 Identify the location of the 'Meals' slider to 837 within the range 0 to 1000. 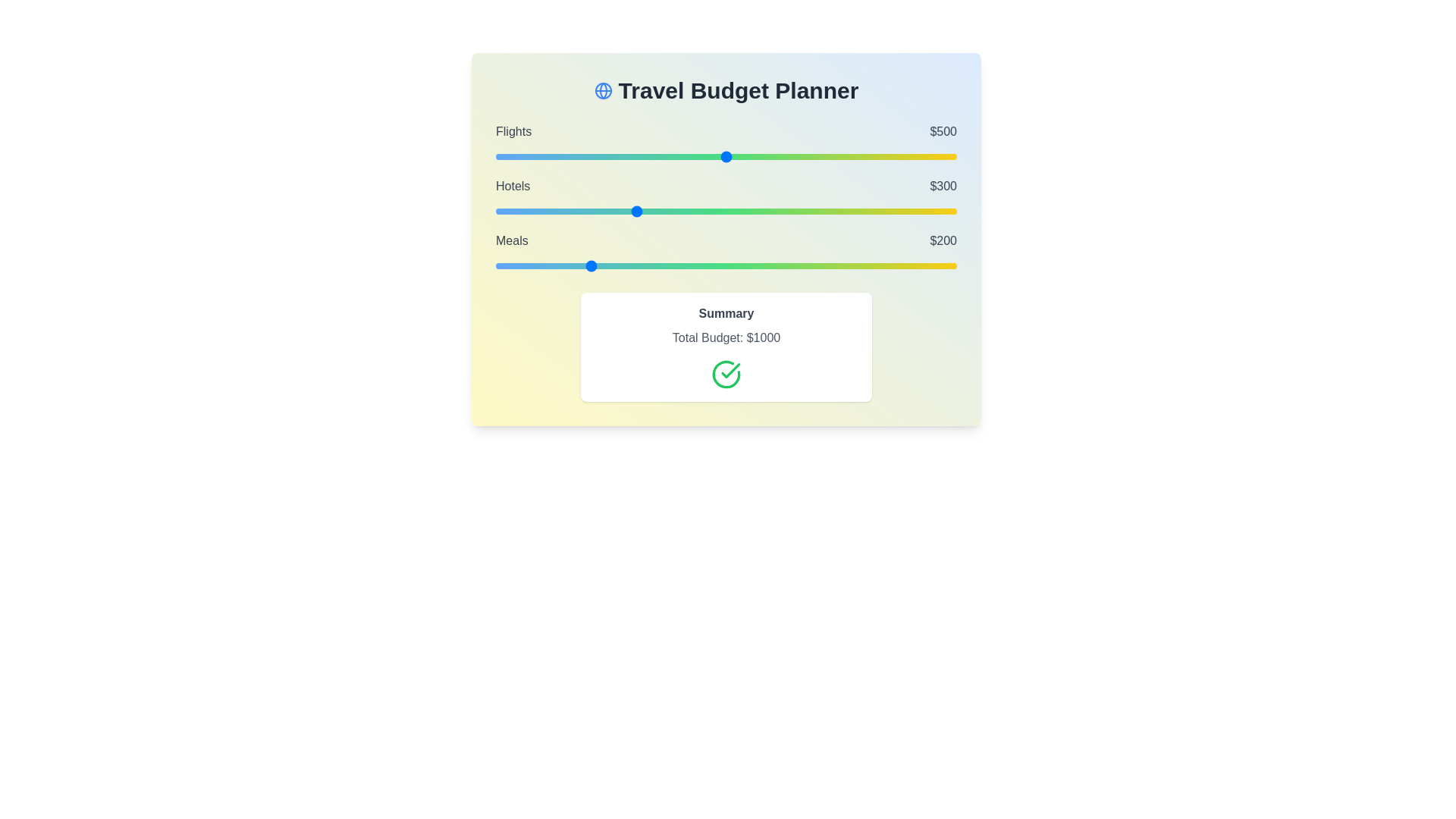
(881, 265).